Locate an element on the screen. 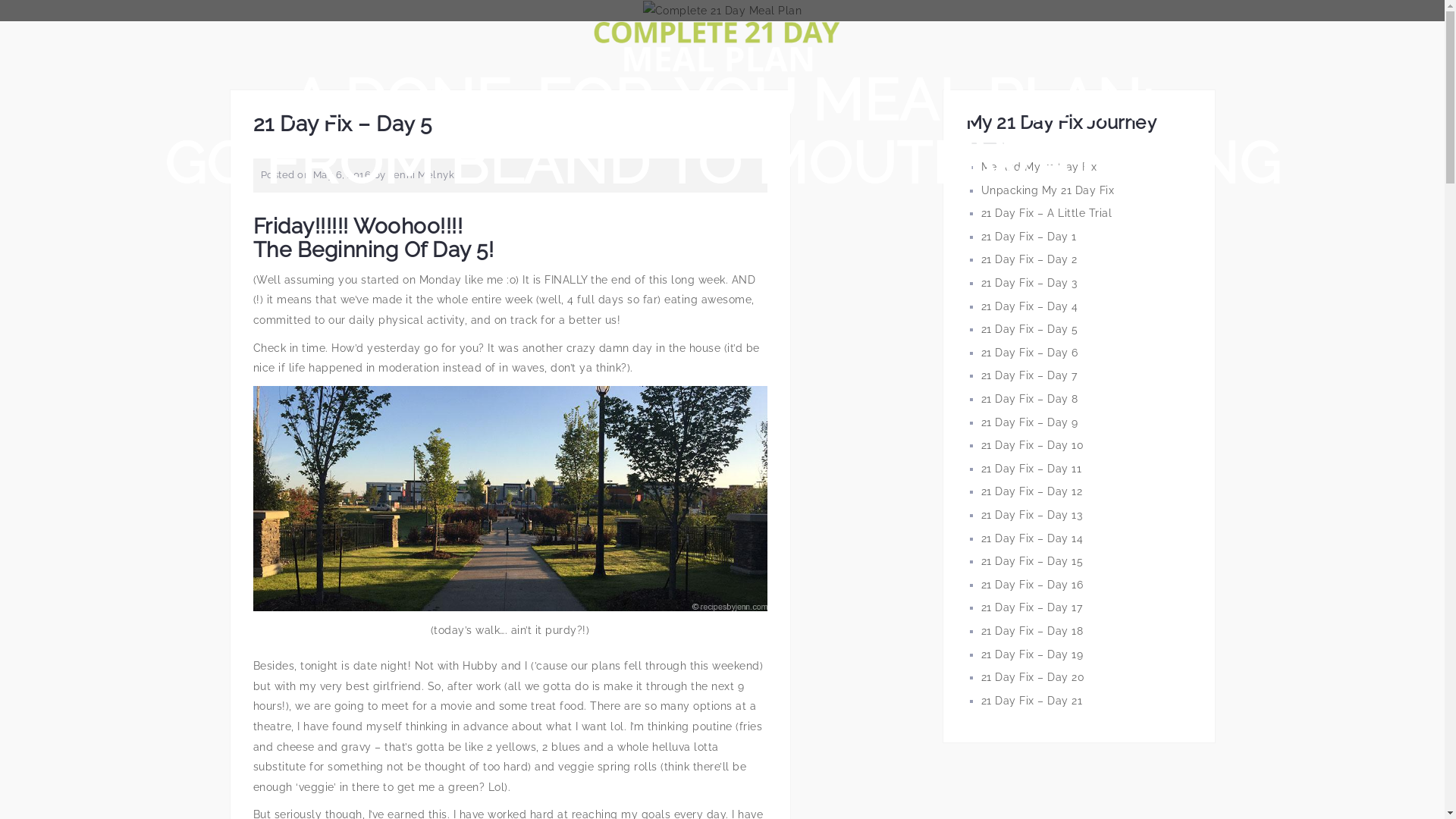 This screenshot has width=1456, height=819. 'Jenni Melnyk' is located at coordinates (388, 174).